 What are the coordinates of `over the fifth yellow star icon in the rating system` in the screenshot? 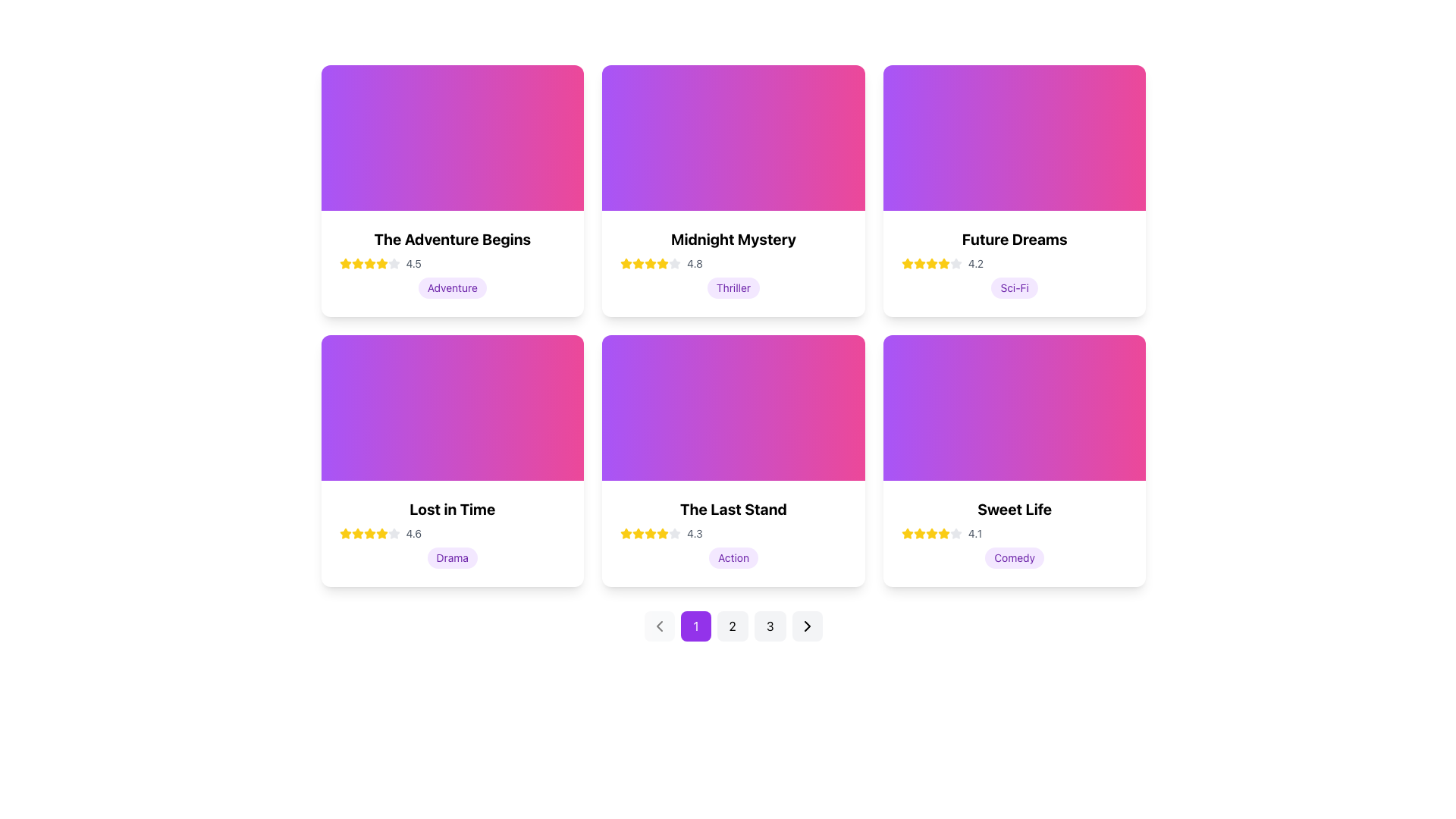 It's located at (381, 262).